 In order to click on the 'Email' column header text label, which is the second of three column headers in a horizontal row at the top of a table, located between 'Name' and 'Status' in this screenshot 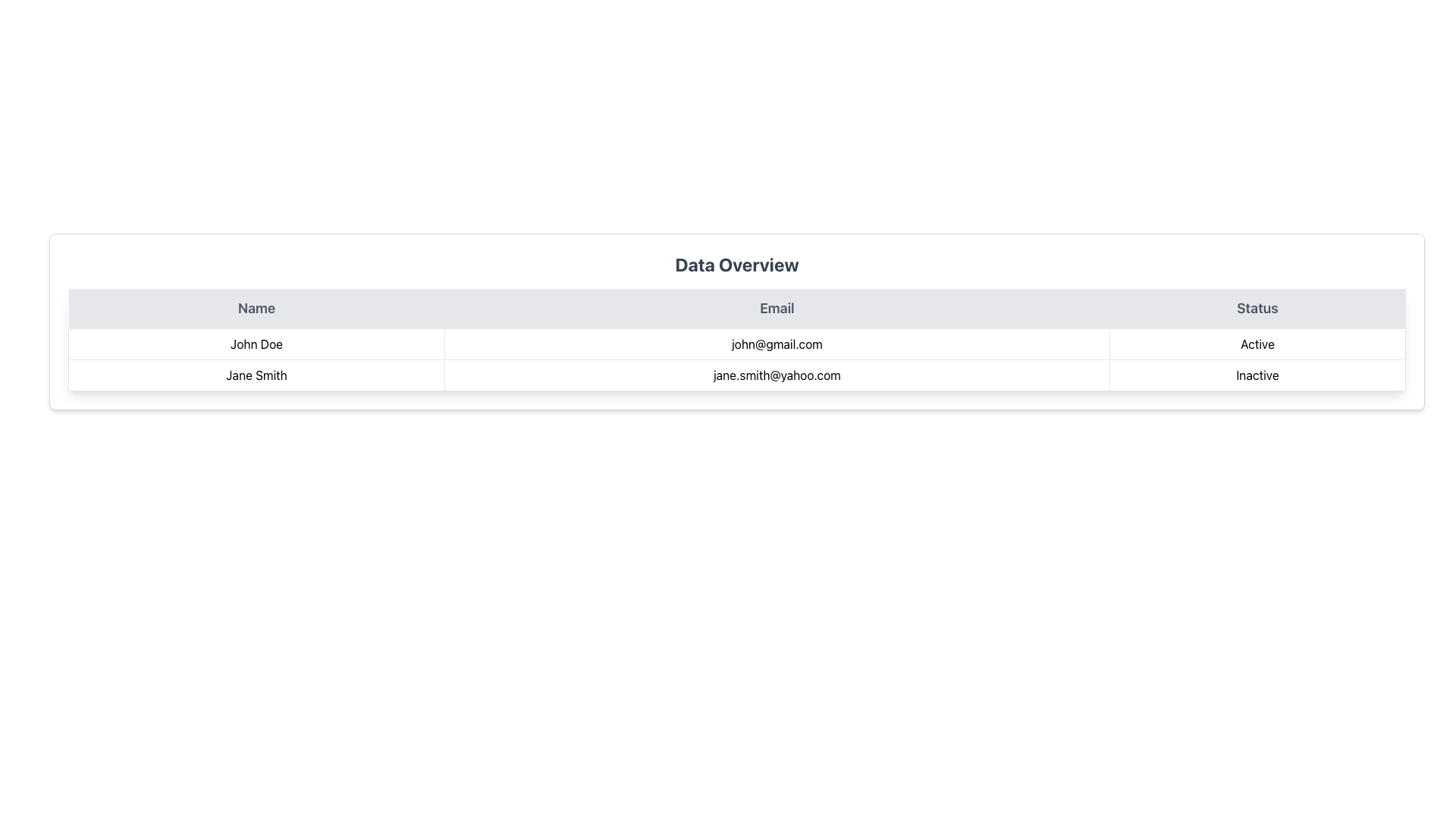, I will do `click(777, 308)`.